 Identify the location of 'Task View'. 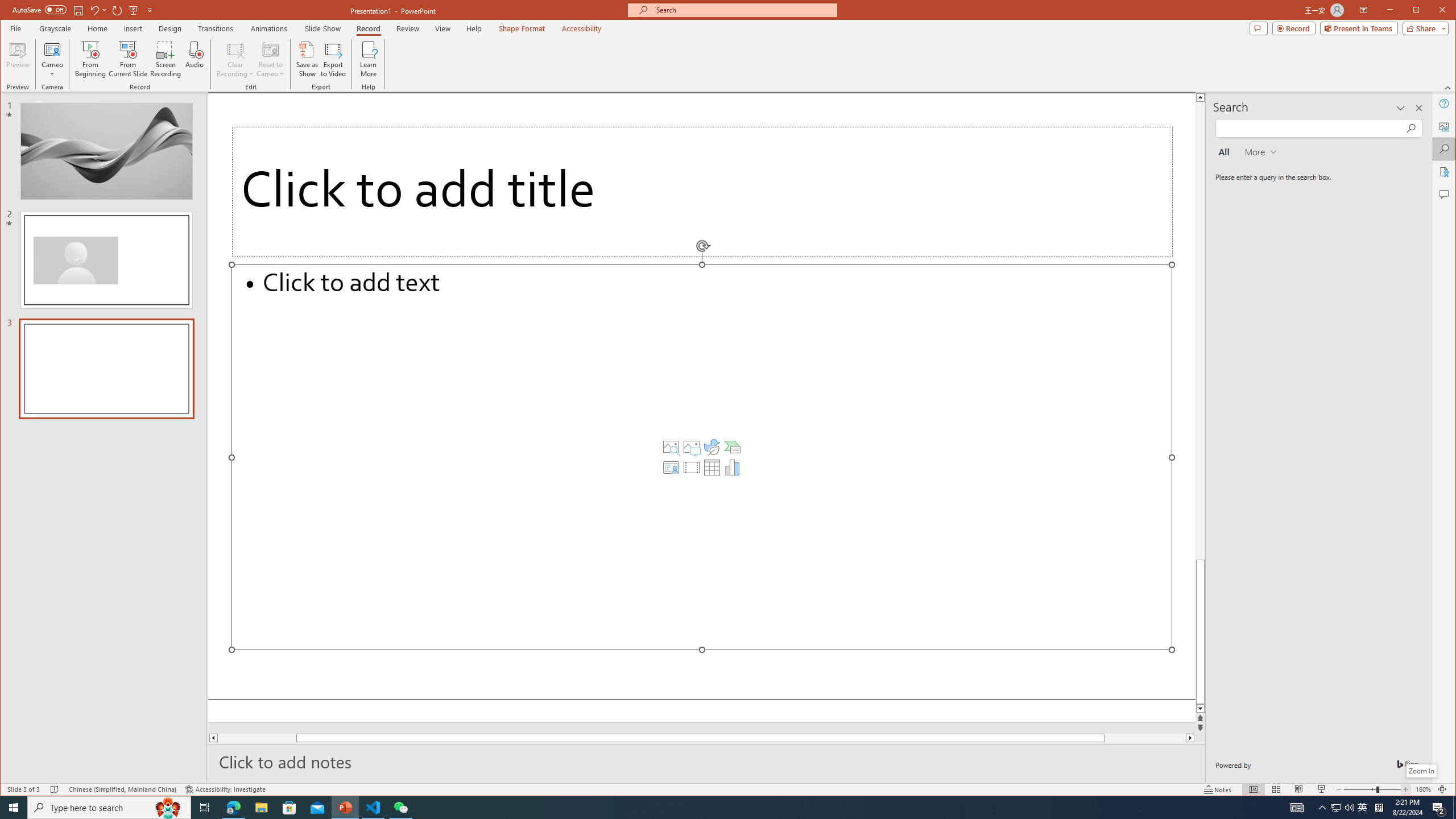
(204, 806).